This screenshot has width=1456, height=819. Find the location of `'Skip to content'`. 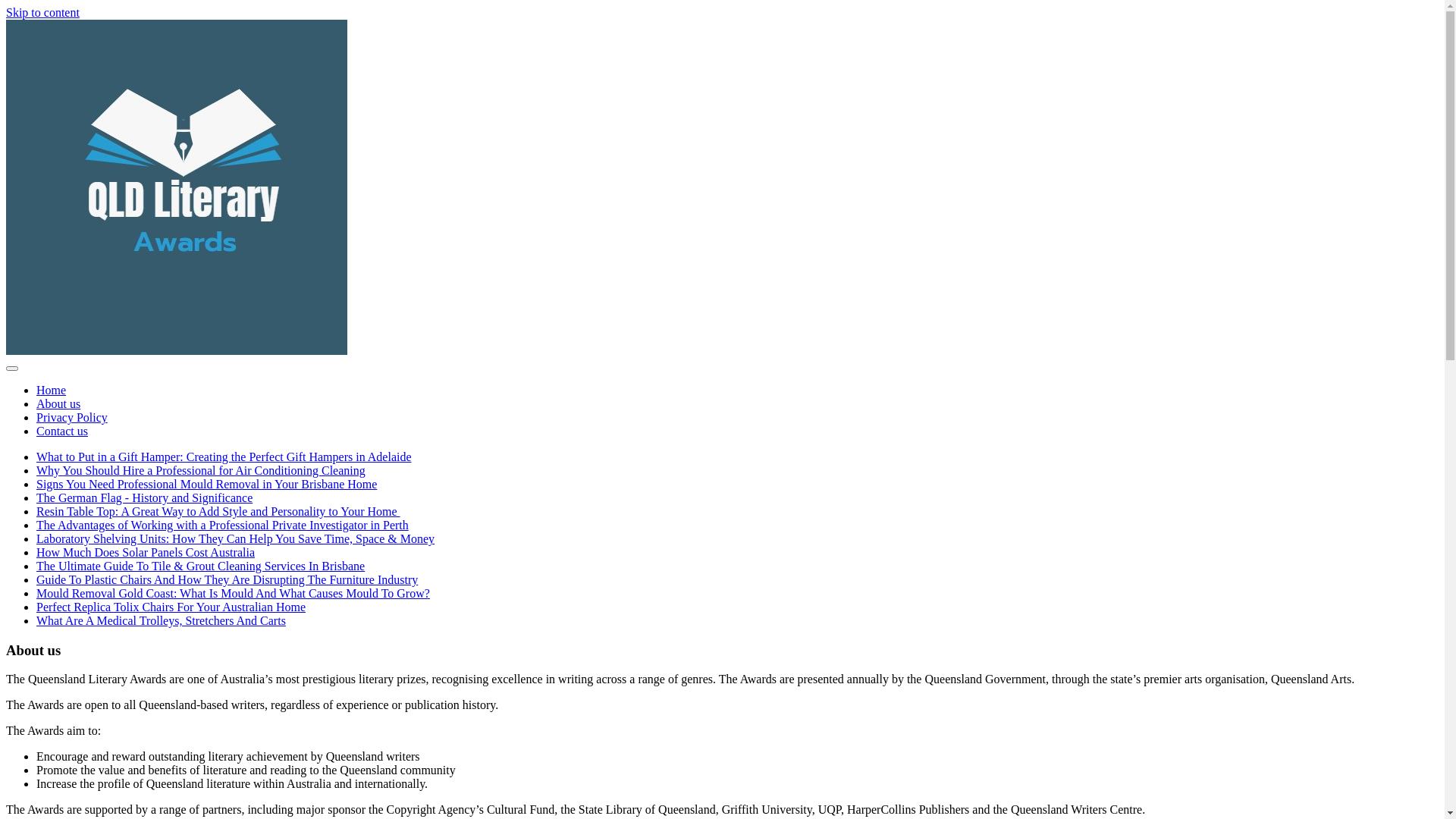

'Skip to content' is located at coordinates (42, 12).